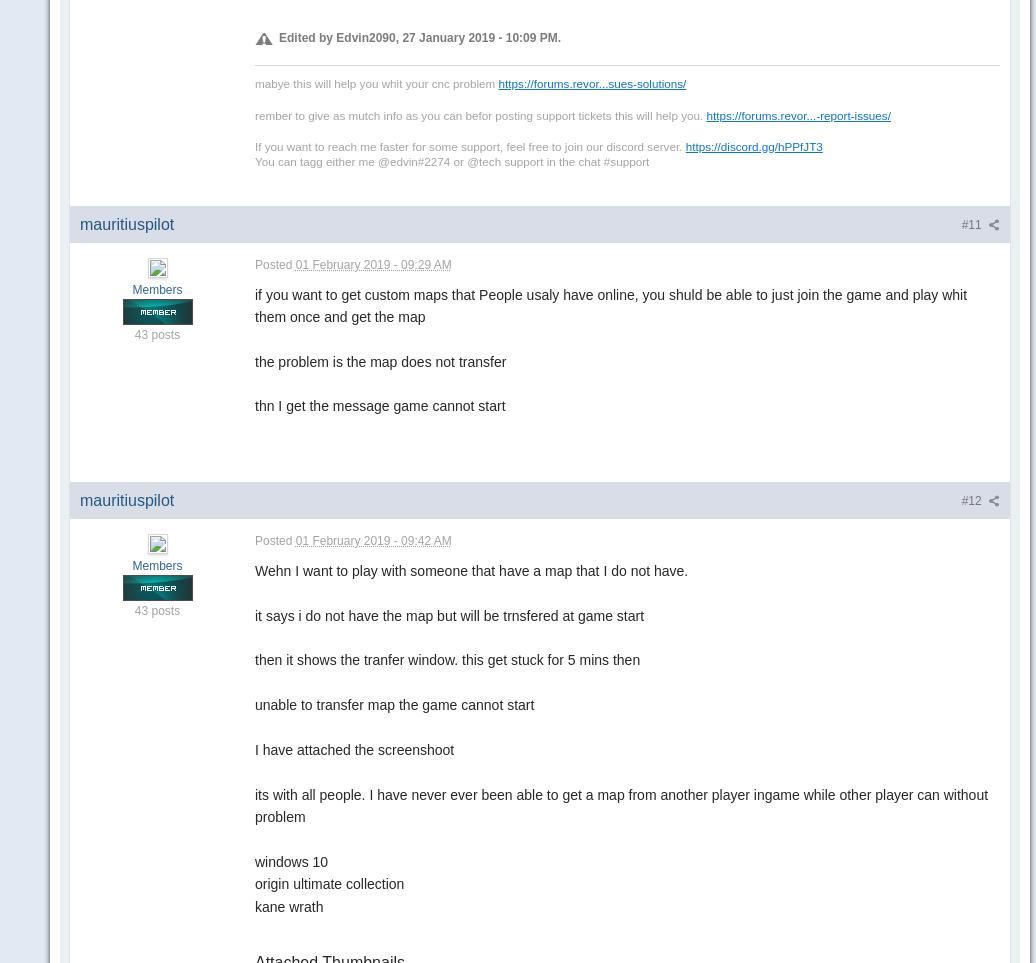 The height and width of the screenshot is (963, 1036). I want to click on '#11', so click(960, 223).